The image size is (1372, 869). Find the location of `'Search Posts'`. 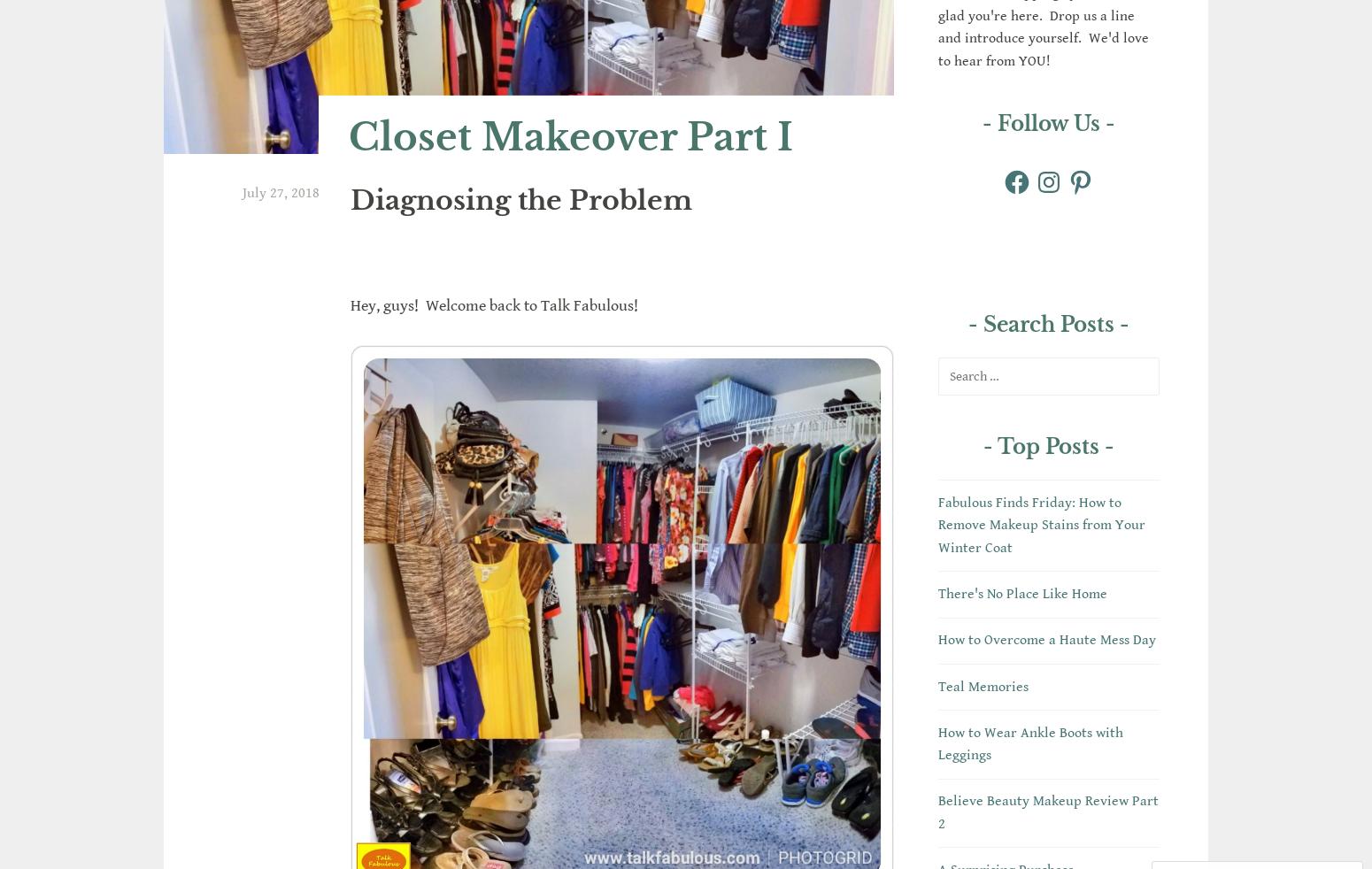

'Search Posts' is located at coordinates (1048, 324).